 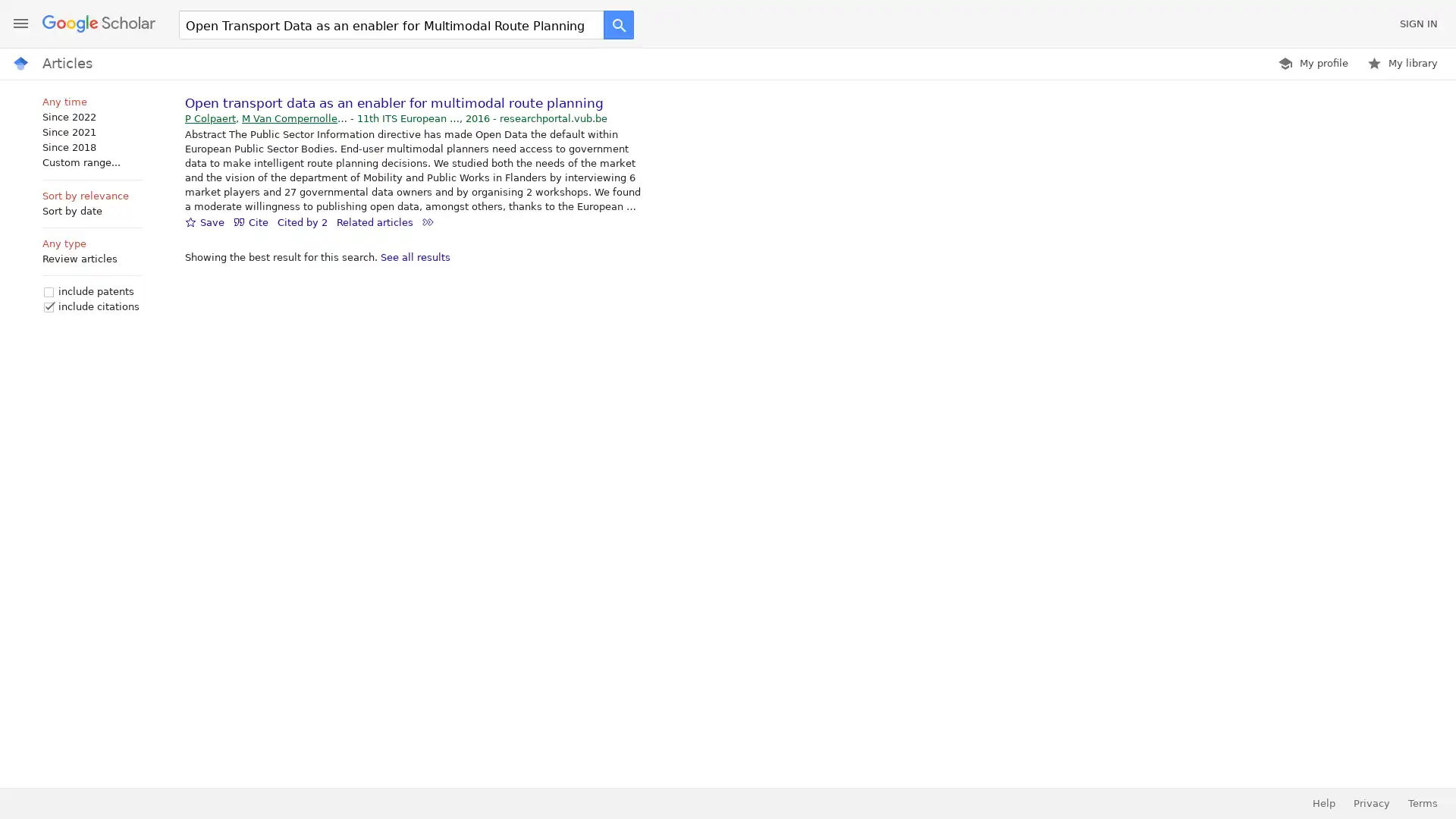 I want to click on Save, so click(x=203, y=221).